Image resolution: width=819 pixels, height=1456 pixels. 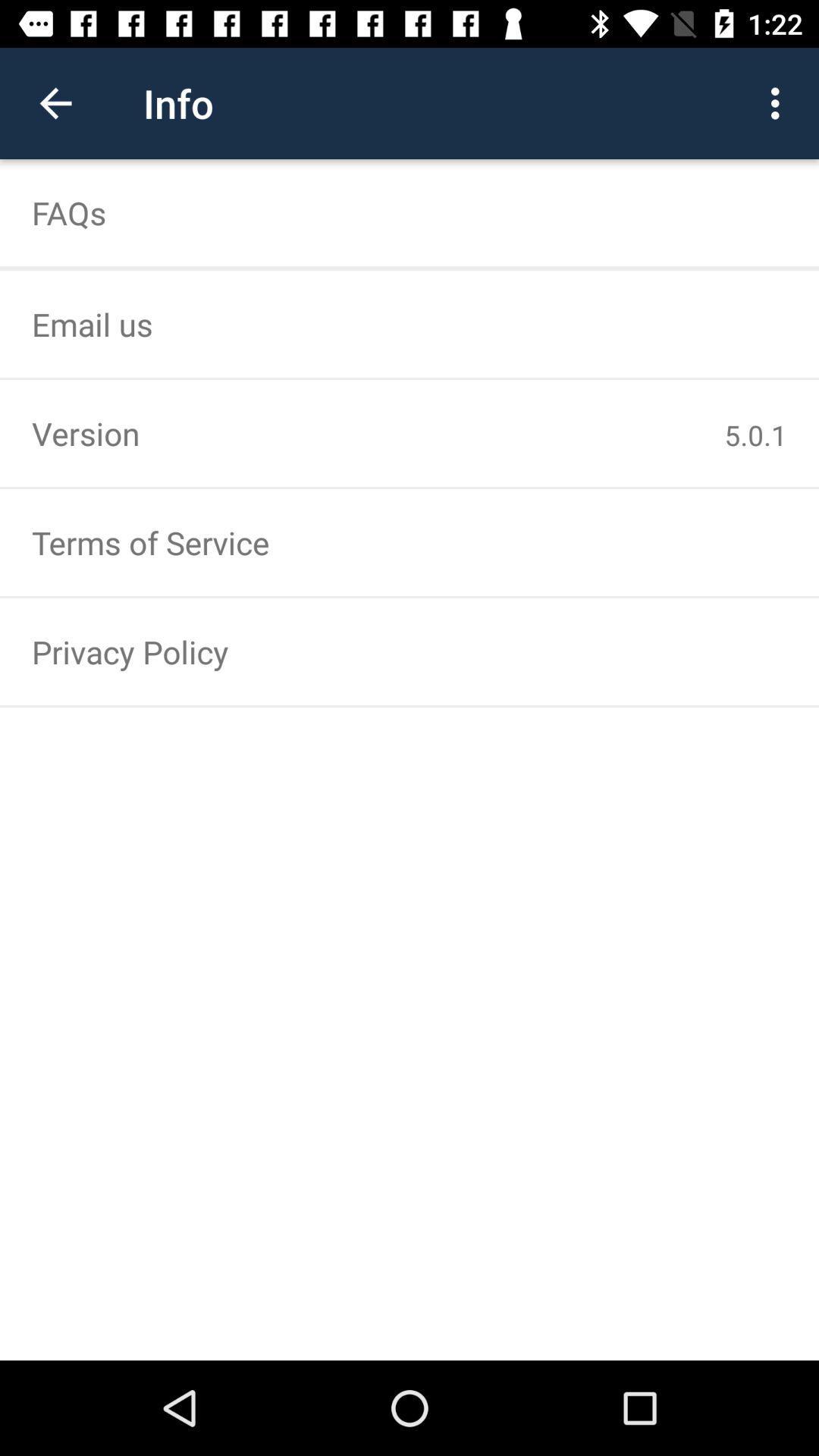 I want to click on the icon to the left of the info item, so click(x=55, y=102).